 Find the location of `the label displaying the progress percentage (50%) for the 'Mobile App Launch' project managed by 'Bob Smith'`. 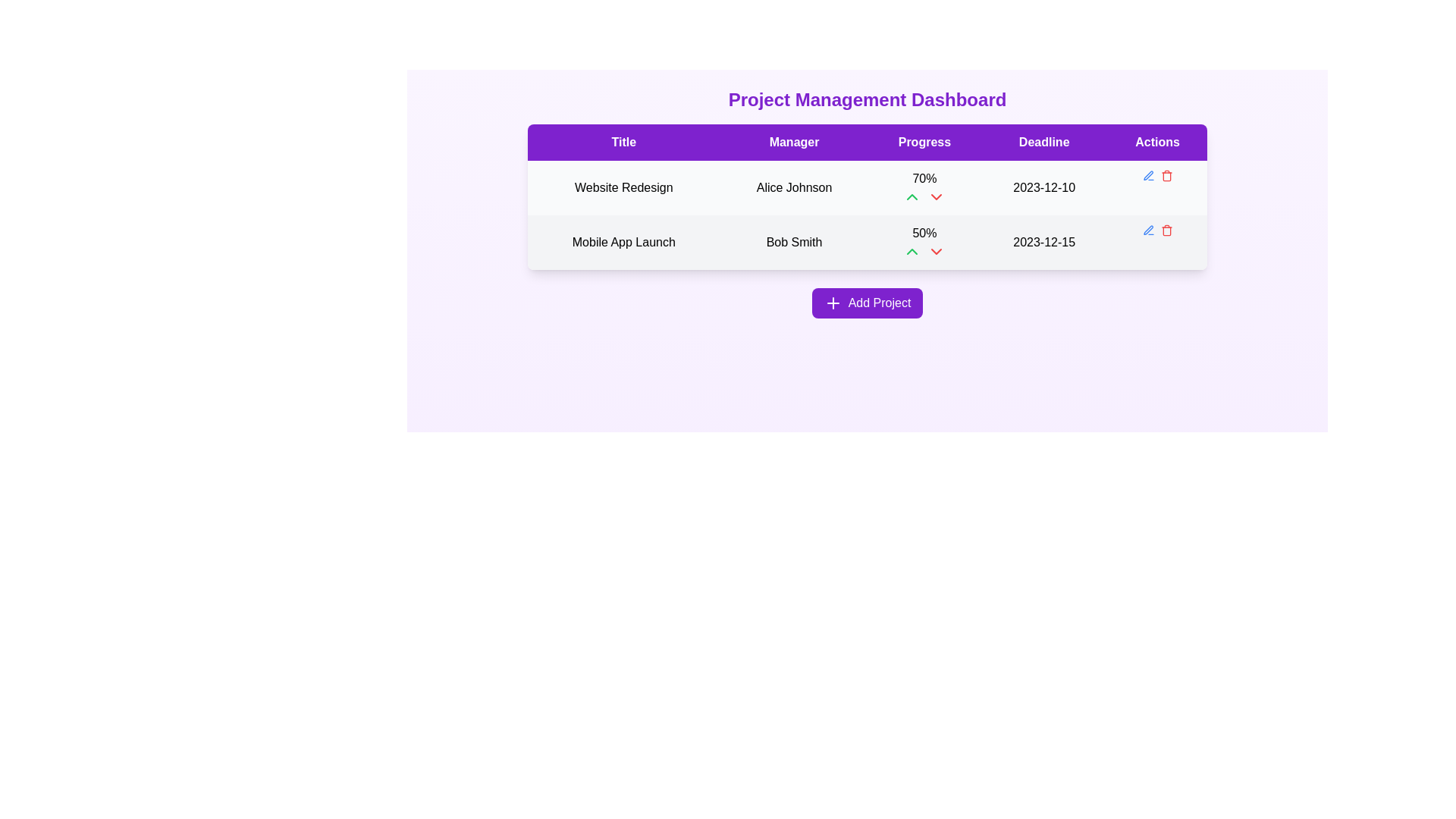

the label displaying the progress percentage (50%) for the 'Mobile App Launch' project managed by 'Bob Smith' is located at coordinates (924, 242).